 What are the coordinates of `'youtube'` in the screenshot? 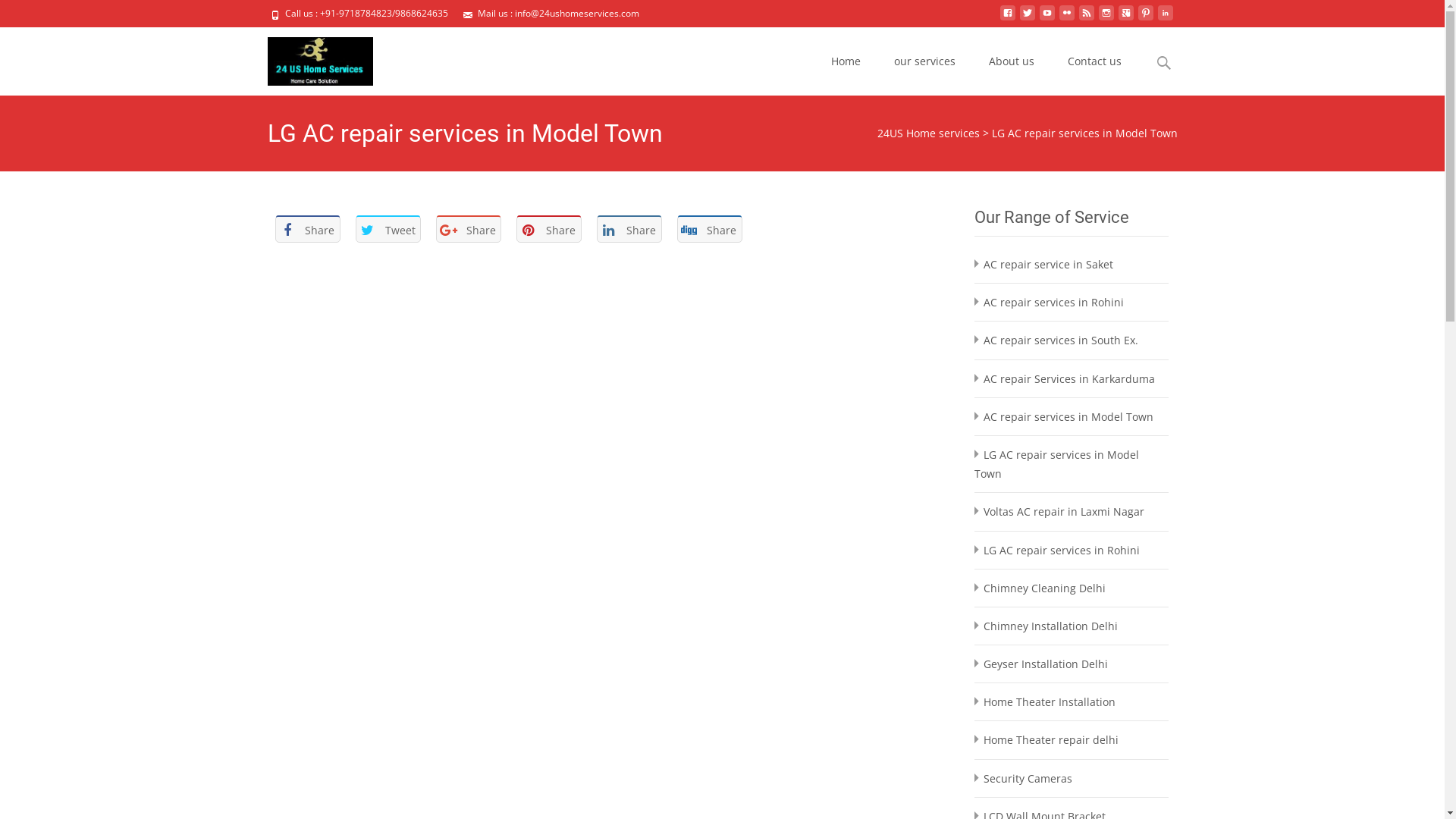 It's located at (1046, 18).